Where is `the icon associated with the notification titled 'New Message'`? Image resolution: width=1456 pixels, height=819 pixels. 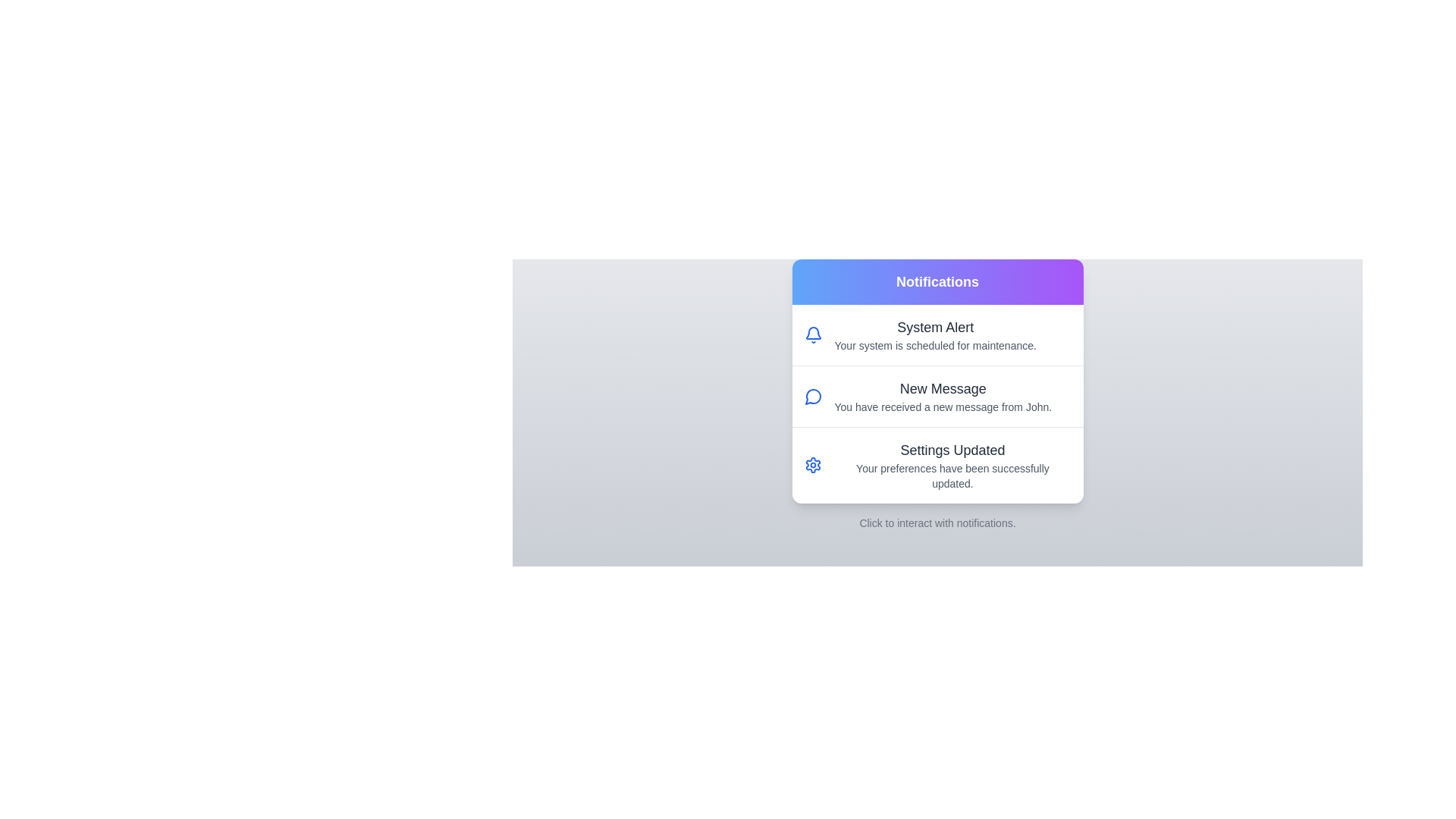 the icon associated with the notification titled 'New Message' is located at coordinates (812, 396).